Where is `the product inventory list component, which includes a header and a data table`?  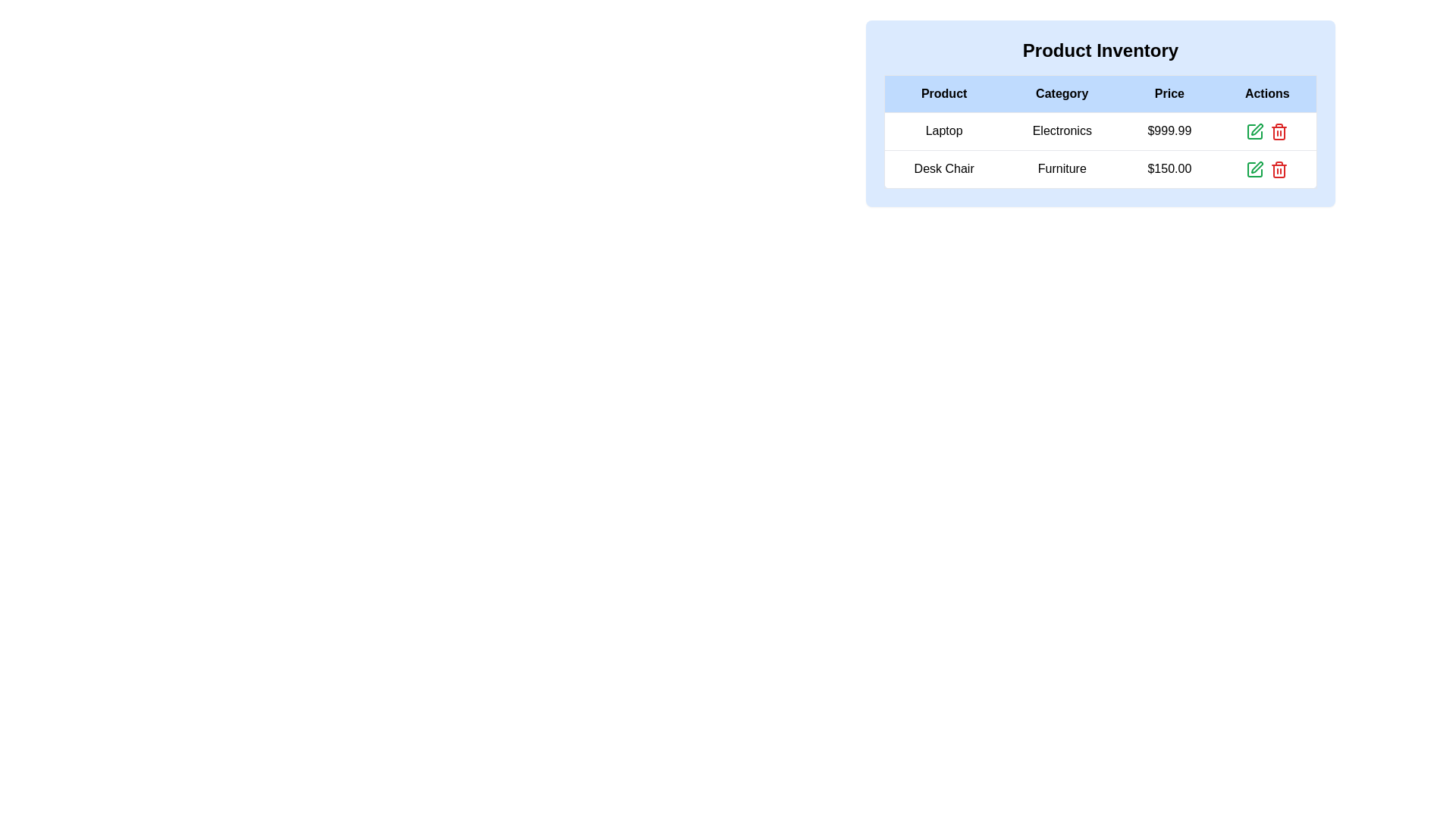
the product inventory list component, which includes a header and a data table is located at coordinates (1100, 112).